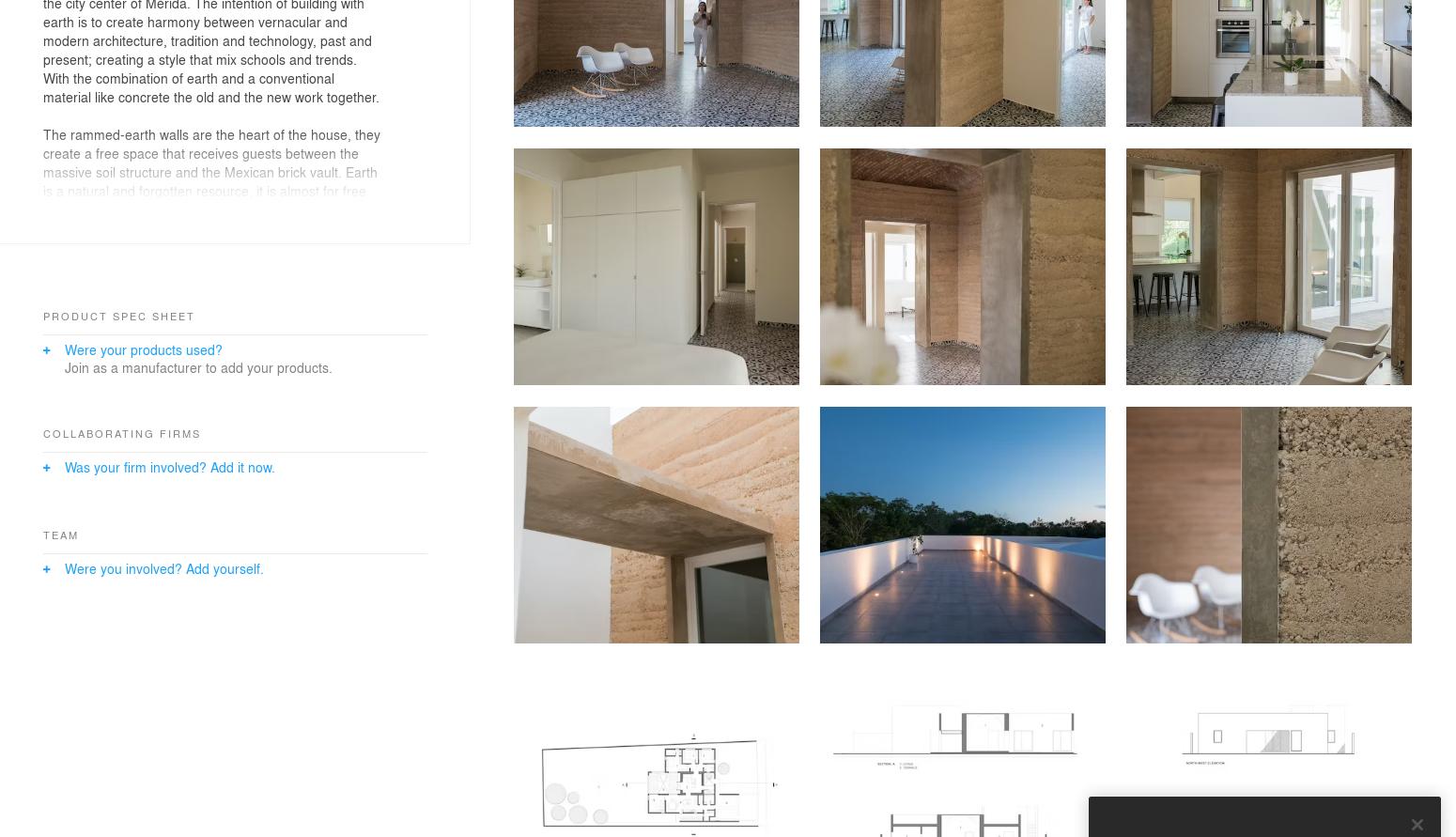 The image size is (1456, 837). What do you see at coordinates (167, 465) in the screenshot?
I see `'Was your firm involved? Add it now.'` at bounding box center [167, 465].